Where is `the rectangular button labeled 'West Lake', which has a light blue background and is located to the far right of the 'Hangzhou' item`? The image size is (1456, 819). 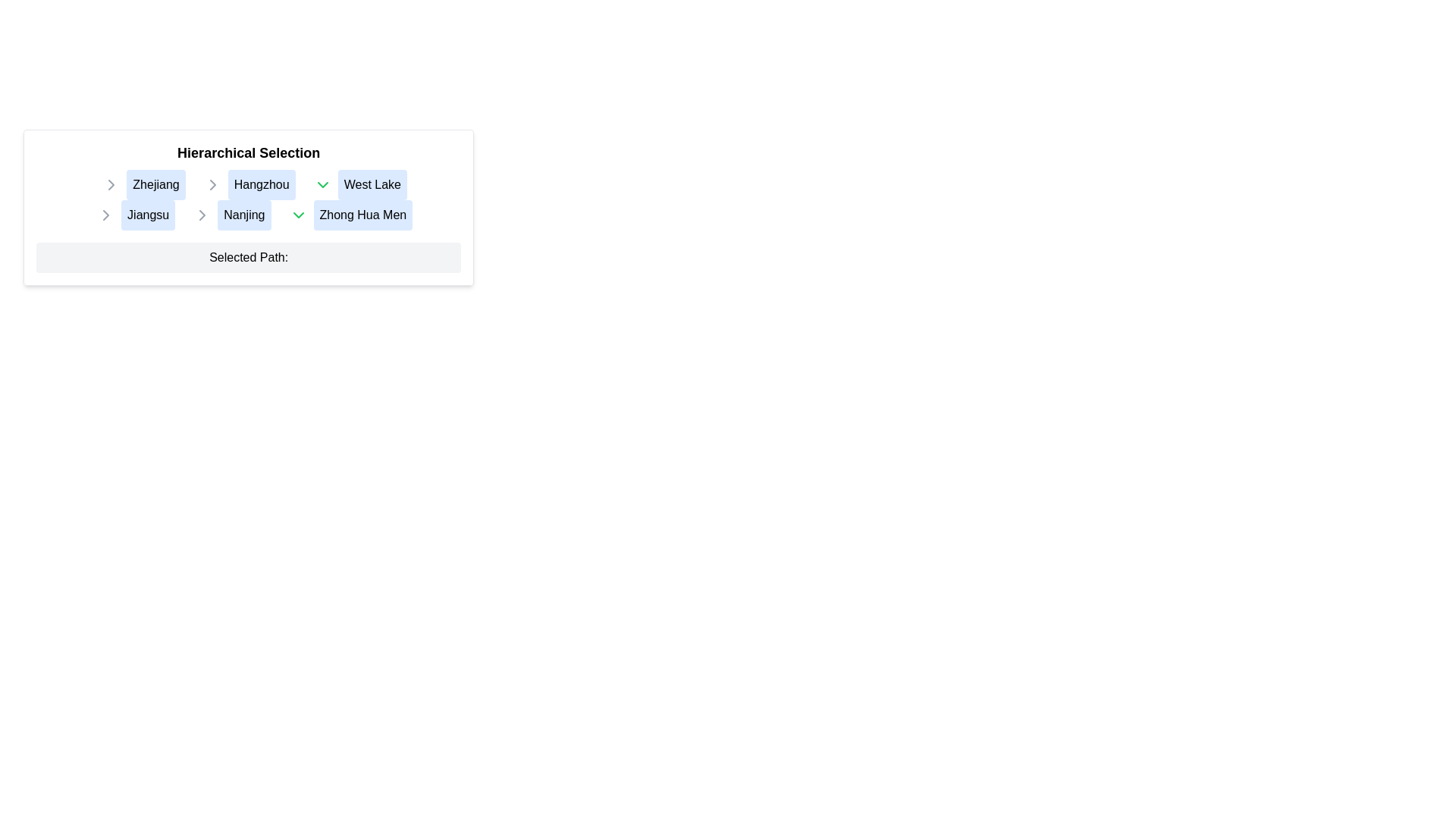
the rectangular button labeled 'West Lake', which has a light blue background and is located to the far right of the 'Hangzhou' item is located at coordinates (372, 184).